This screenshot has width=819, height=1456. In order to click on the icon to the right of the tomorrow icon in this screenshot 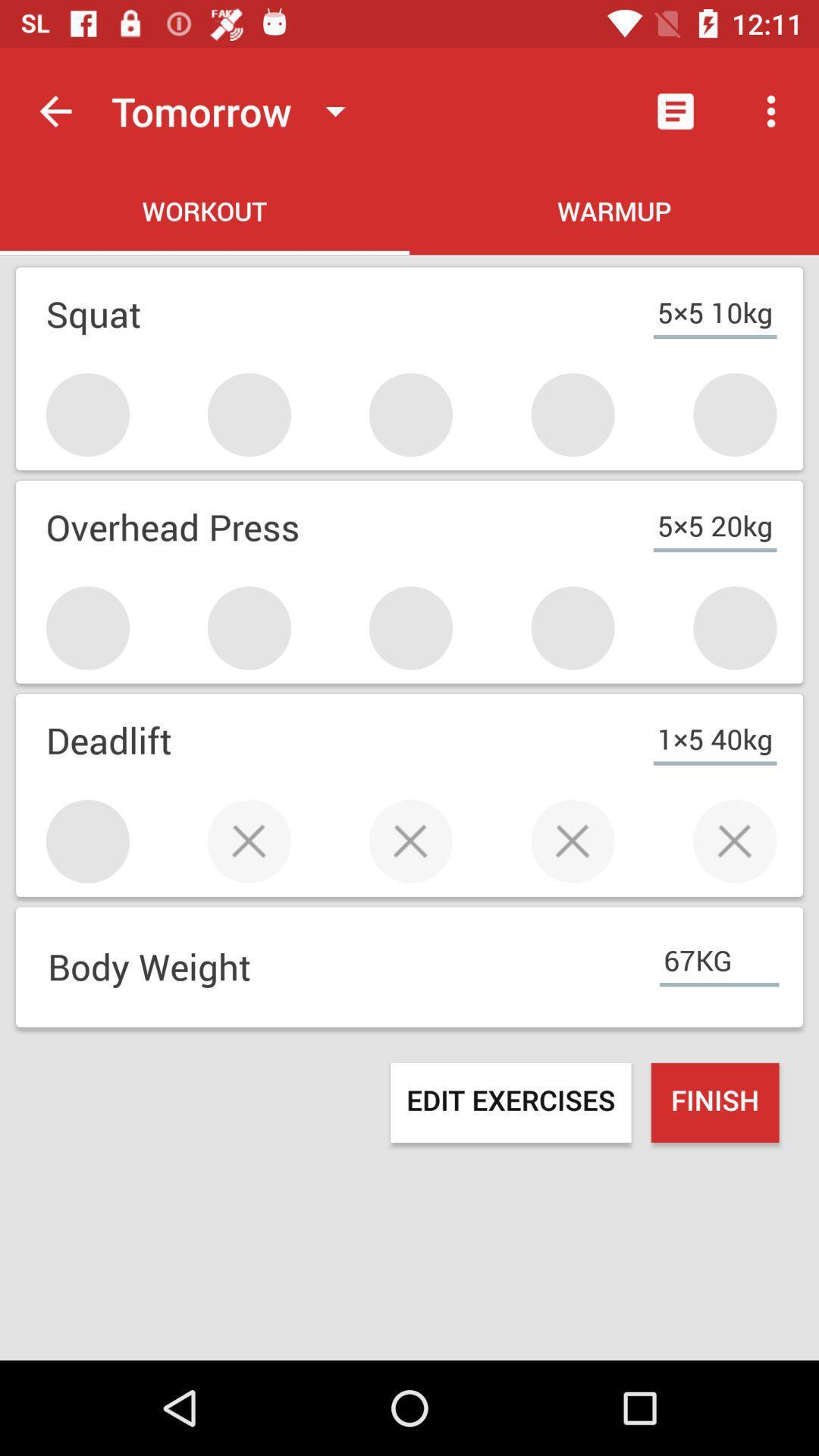, I will do `click(675, 111)`.